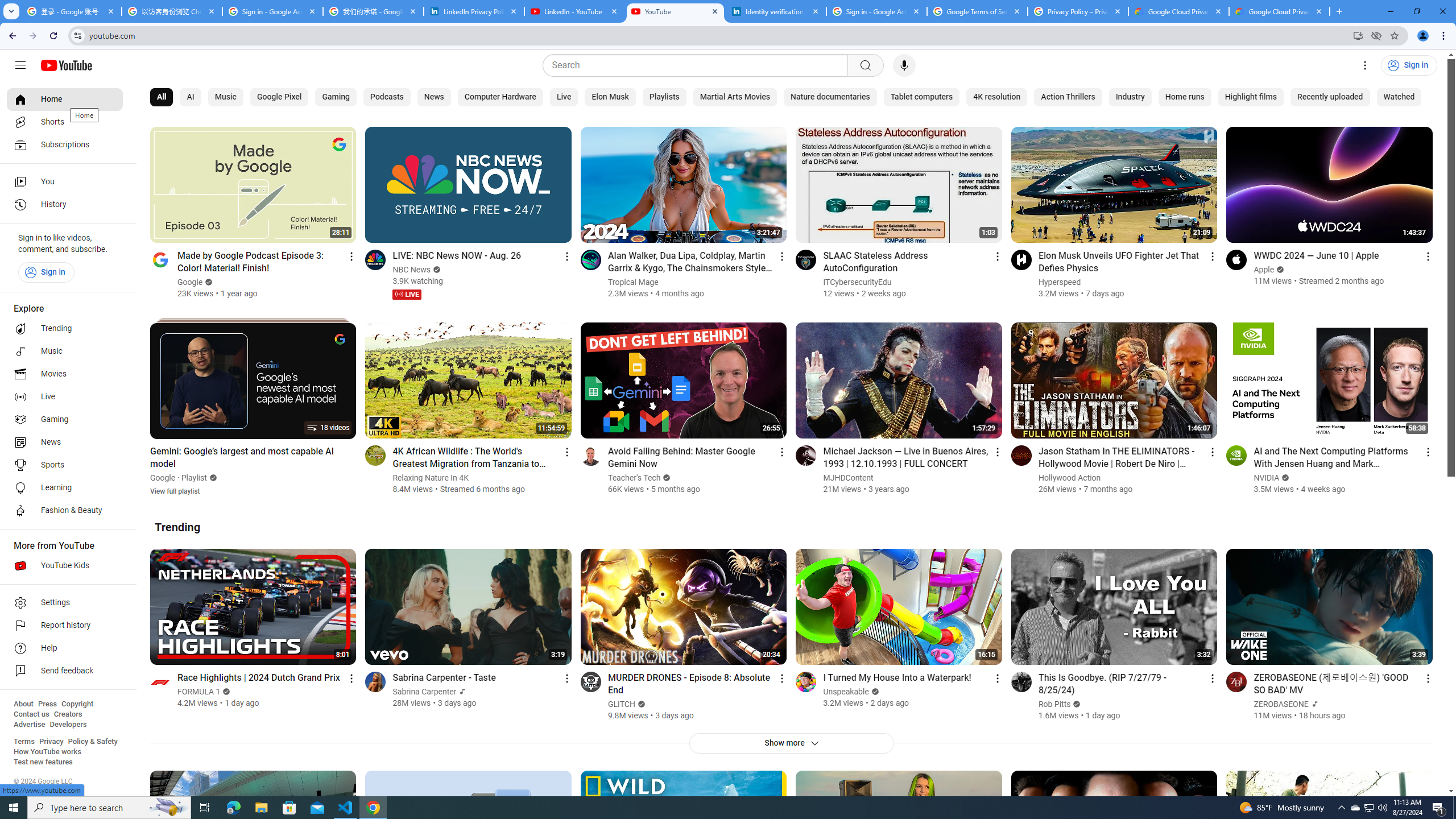  Describe the element at coordinates (457, 255) in the screenshot. I see `'LIVE: NBC News NOW - Aug. 26 by NBC News 61,506 views'` at that location.